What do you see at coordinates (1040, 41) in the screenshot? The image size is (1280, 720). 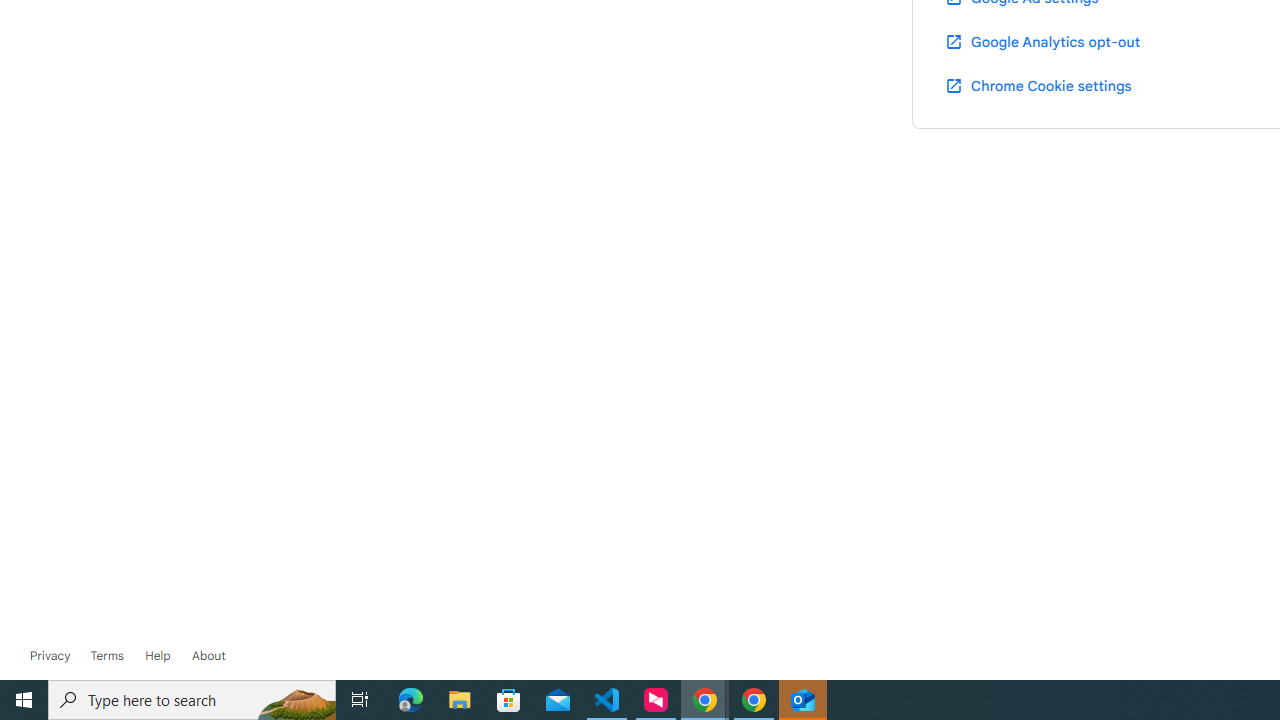 I see `'Google Analytics opt-out'` at bounding box center [1040, 41].